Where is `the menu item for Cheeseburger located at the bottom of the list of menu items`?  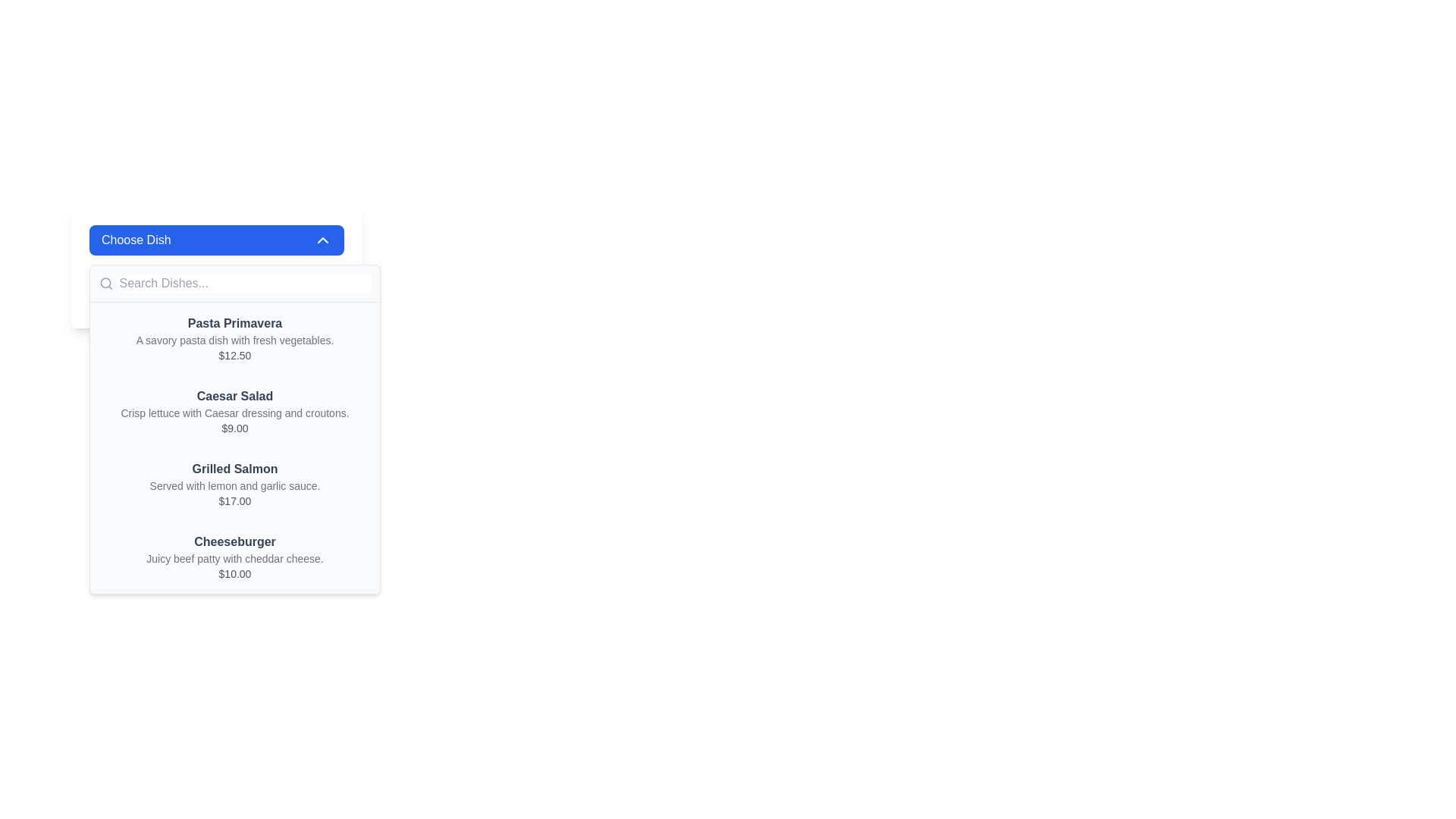 the menu item for Cheeseburger located at the bottom of the list of menu items is located at coordinates (234, 557).